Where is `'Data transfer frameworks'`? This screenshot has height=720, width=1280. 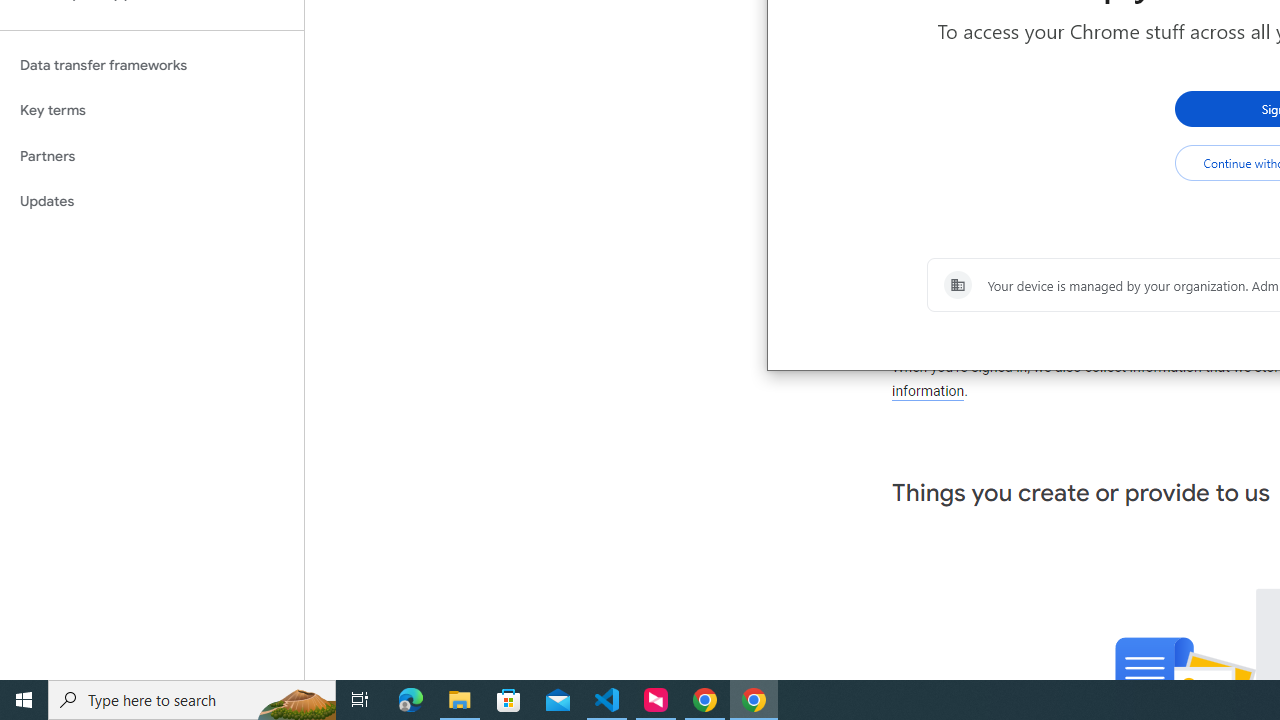
'Data transfer frameworks' is located at coordinates (151, 64).